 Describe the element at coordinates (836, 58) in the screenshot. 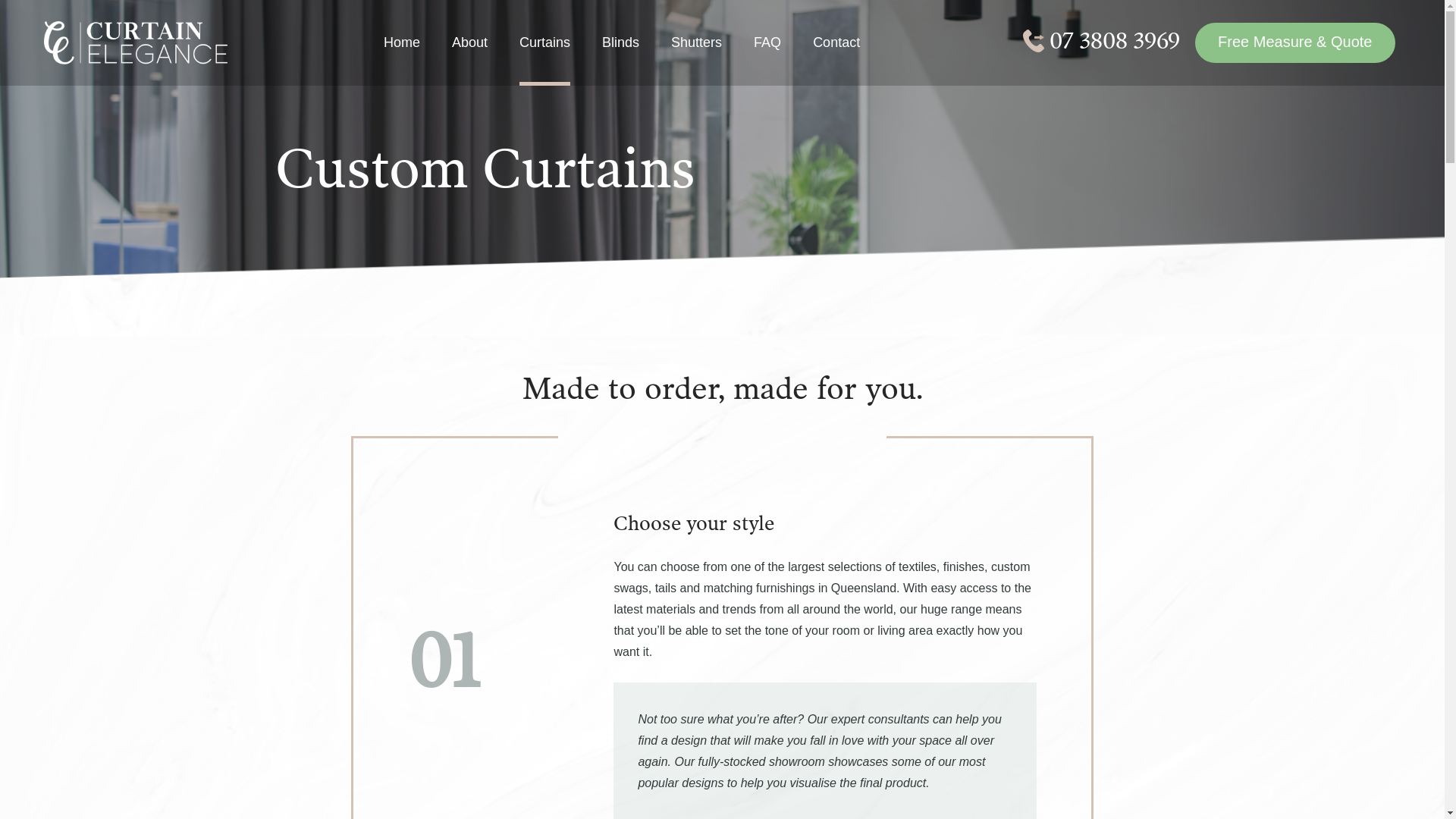

I see `'Contact'` at that location.